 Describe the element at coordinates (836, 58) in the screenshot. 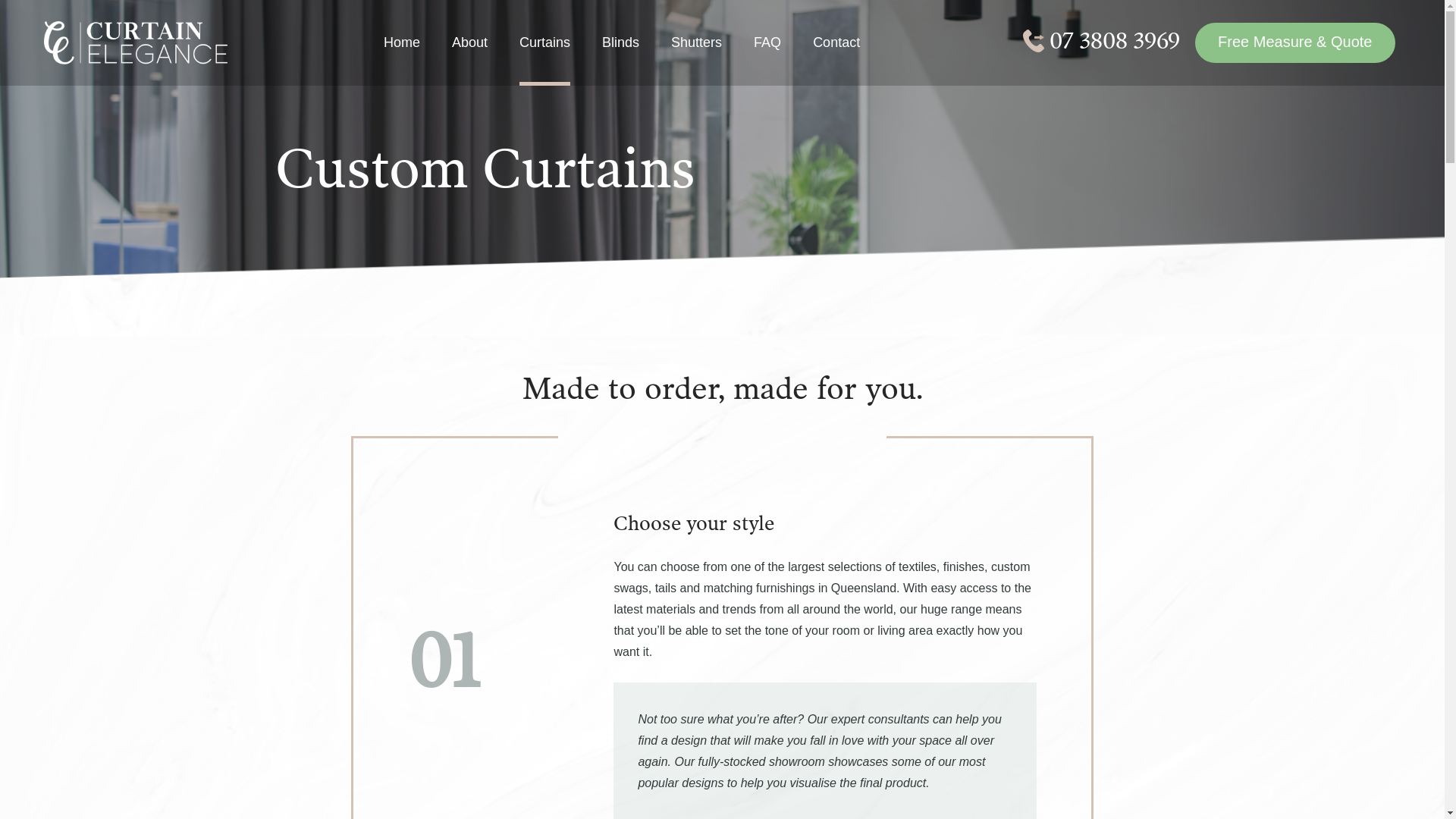

I see `'Contact'` at that location.